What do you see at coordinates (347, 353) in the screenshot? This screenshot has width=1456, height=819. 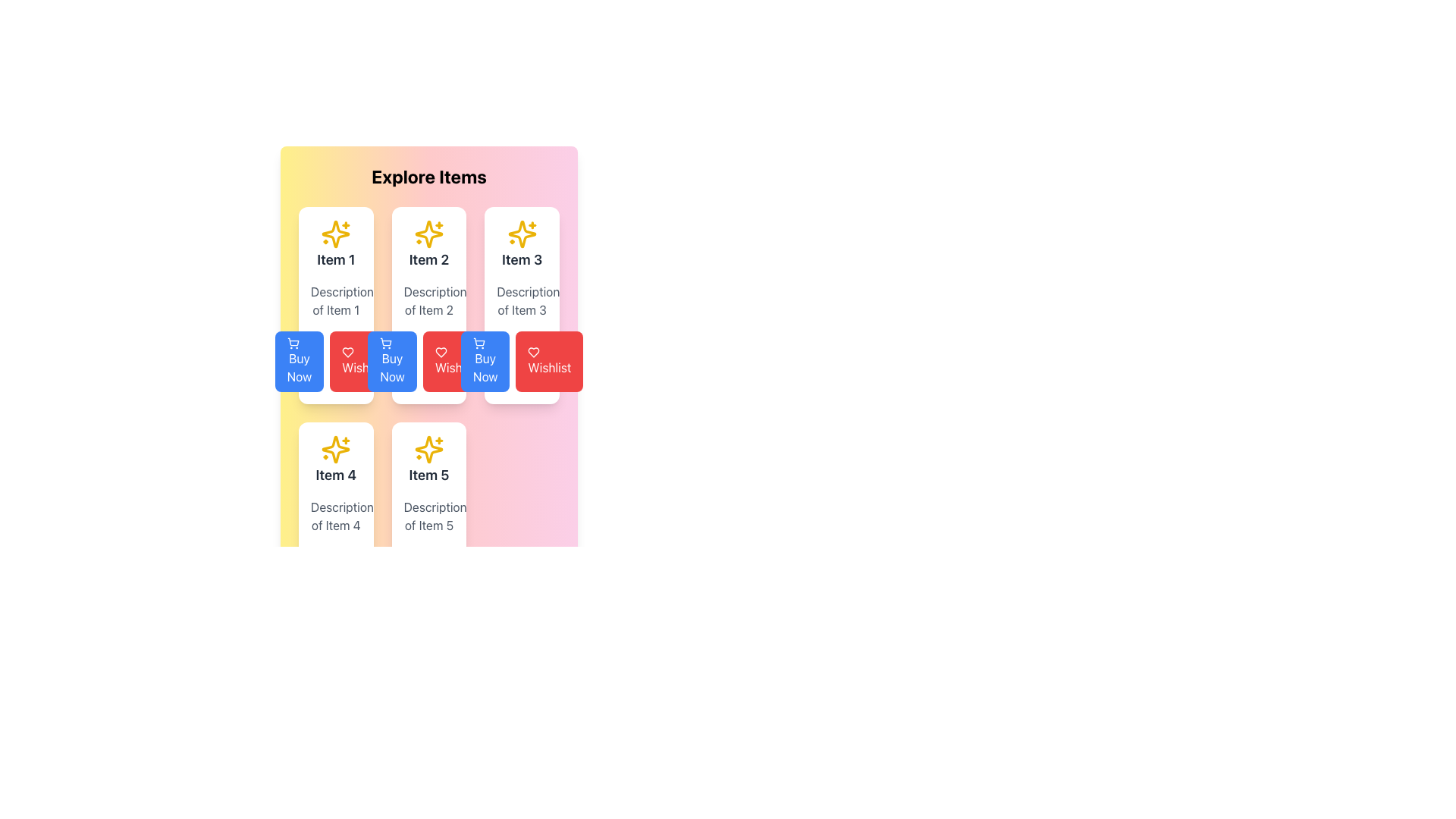 I see `the heart icon representing the 'Wishlist' functionality` at bounding box center [347, 353].